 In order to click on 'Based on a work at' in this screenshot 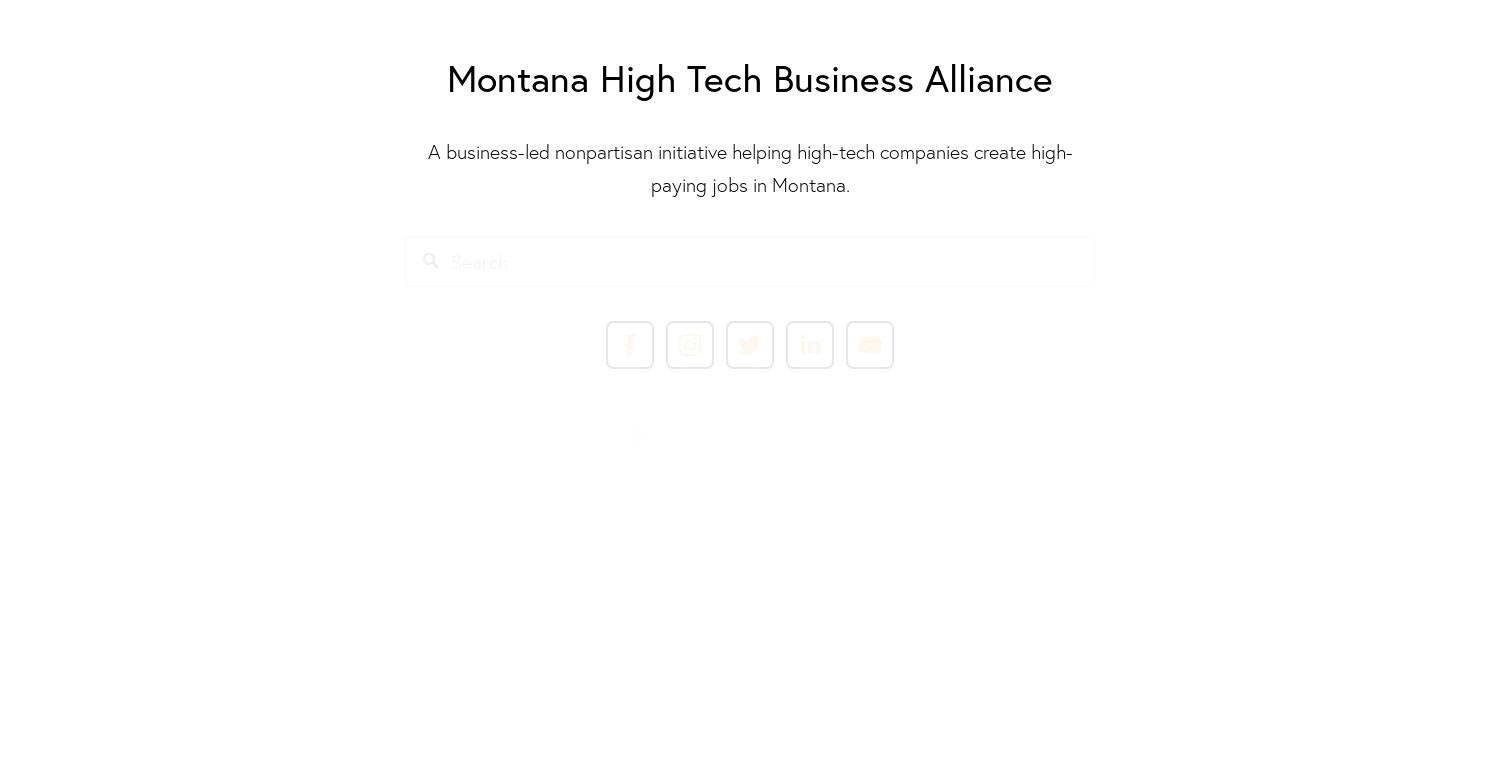, I will do `click(547, 543)`.